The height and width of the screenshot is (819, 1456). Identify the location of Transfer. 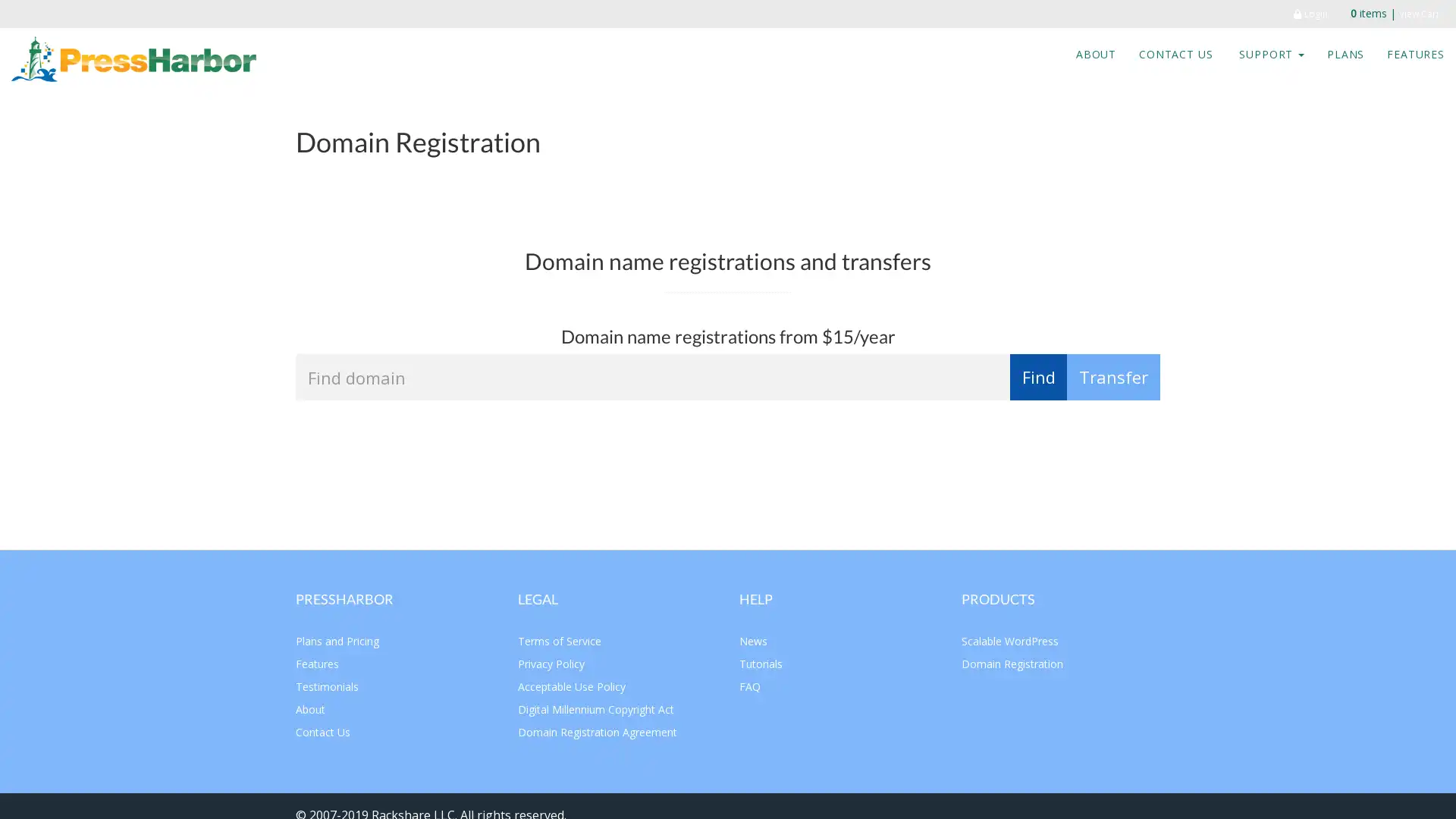
(1113, 376).